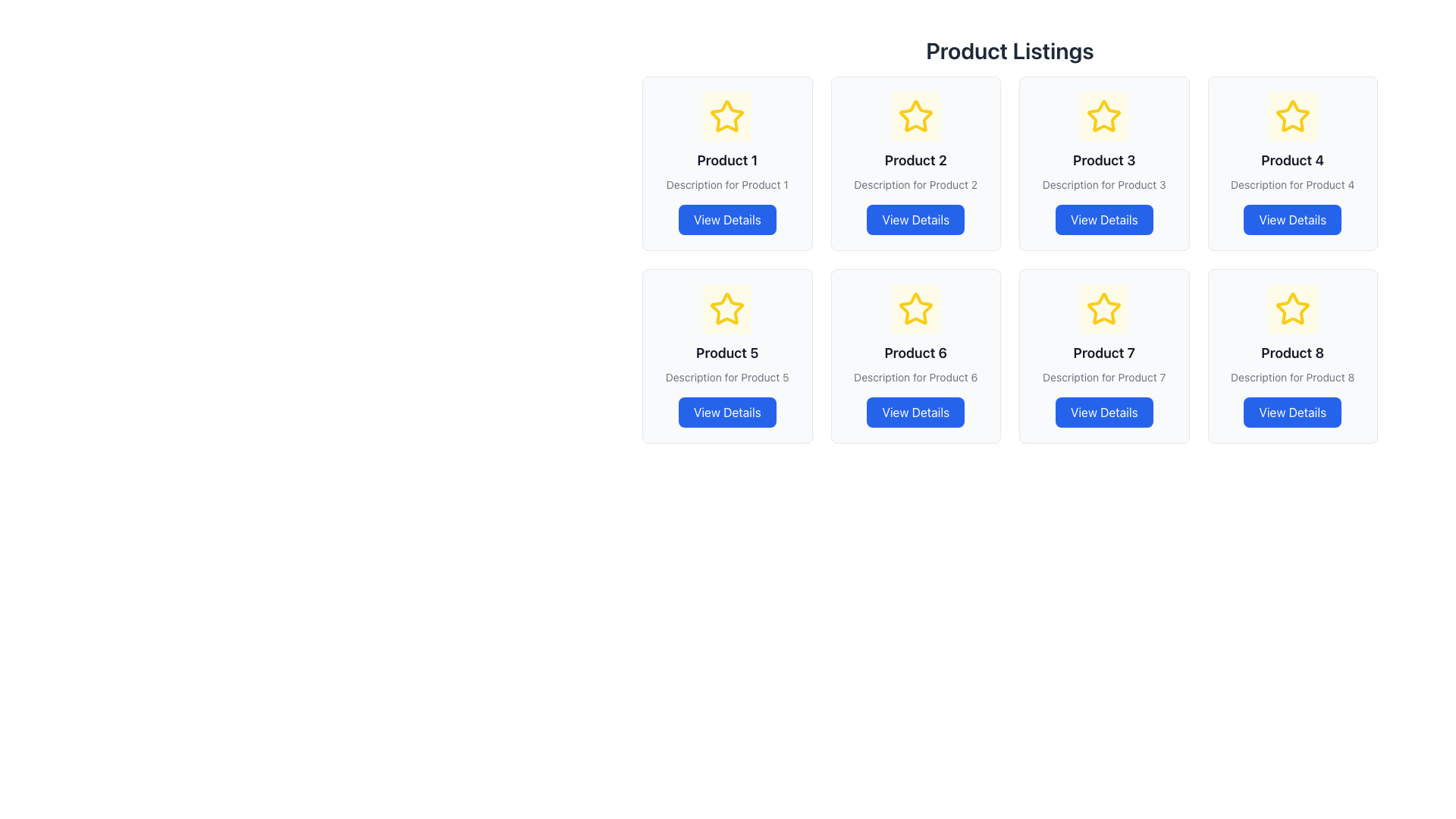  Describe the element at coordinates (726, 308) in the screenshot. I see `the star icon in the 'Product 5' card located in the third row, first column of the grid layout in the 'Product Listings' section` at that location.